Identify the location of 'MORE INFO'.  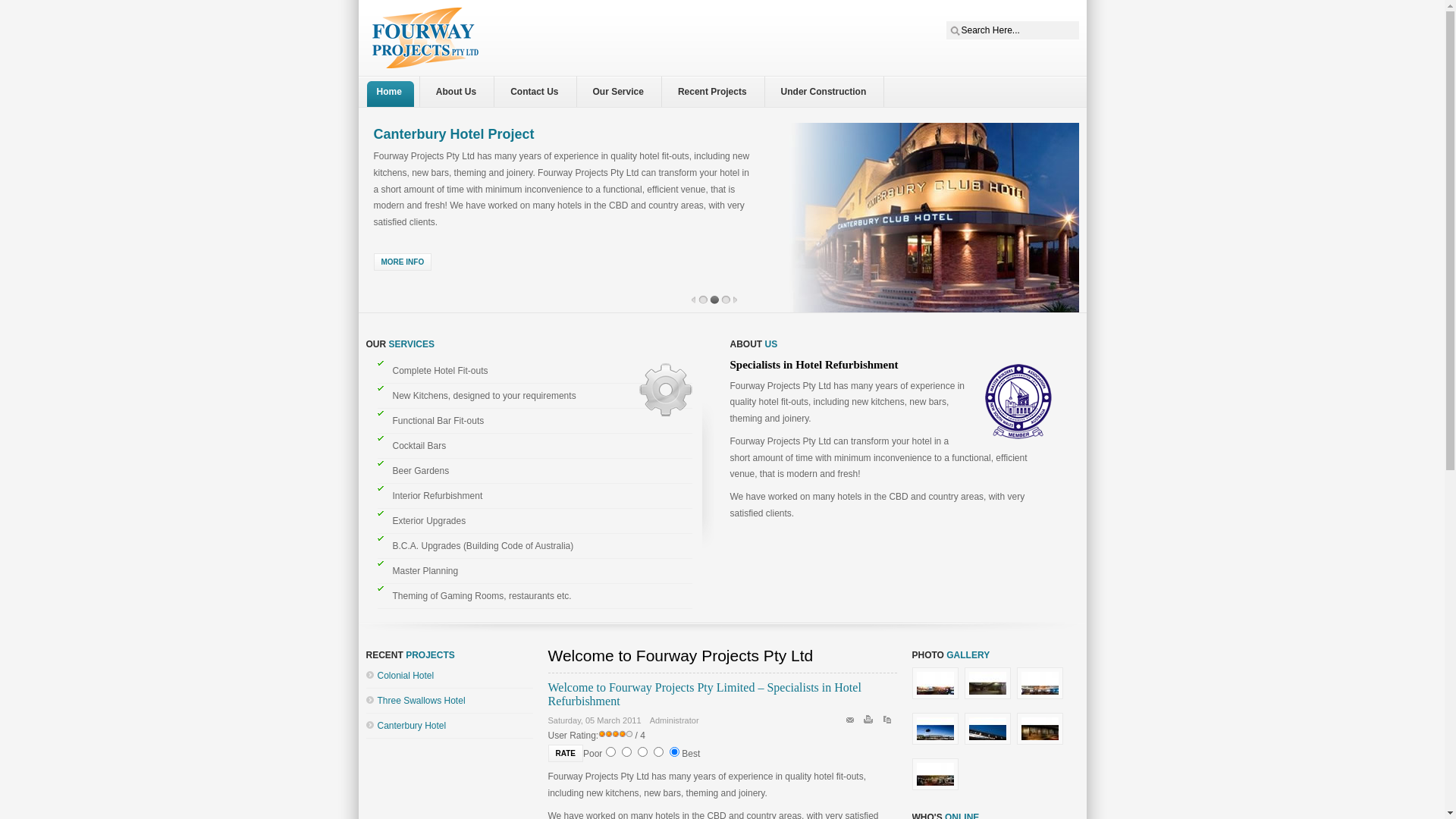
(402, 261).